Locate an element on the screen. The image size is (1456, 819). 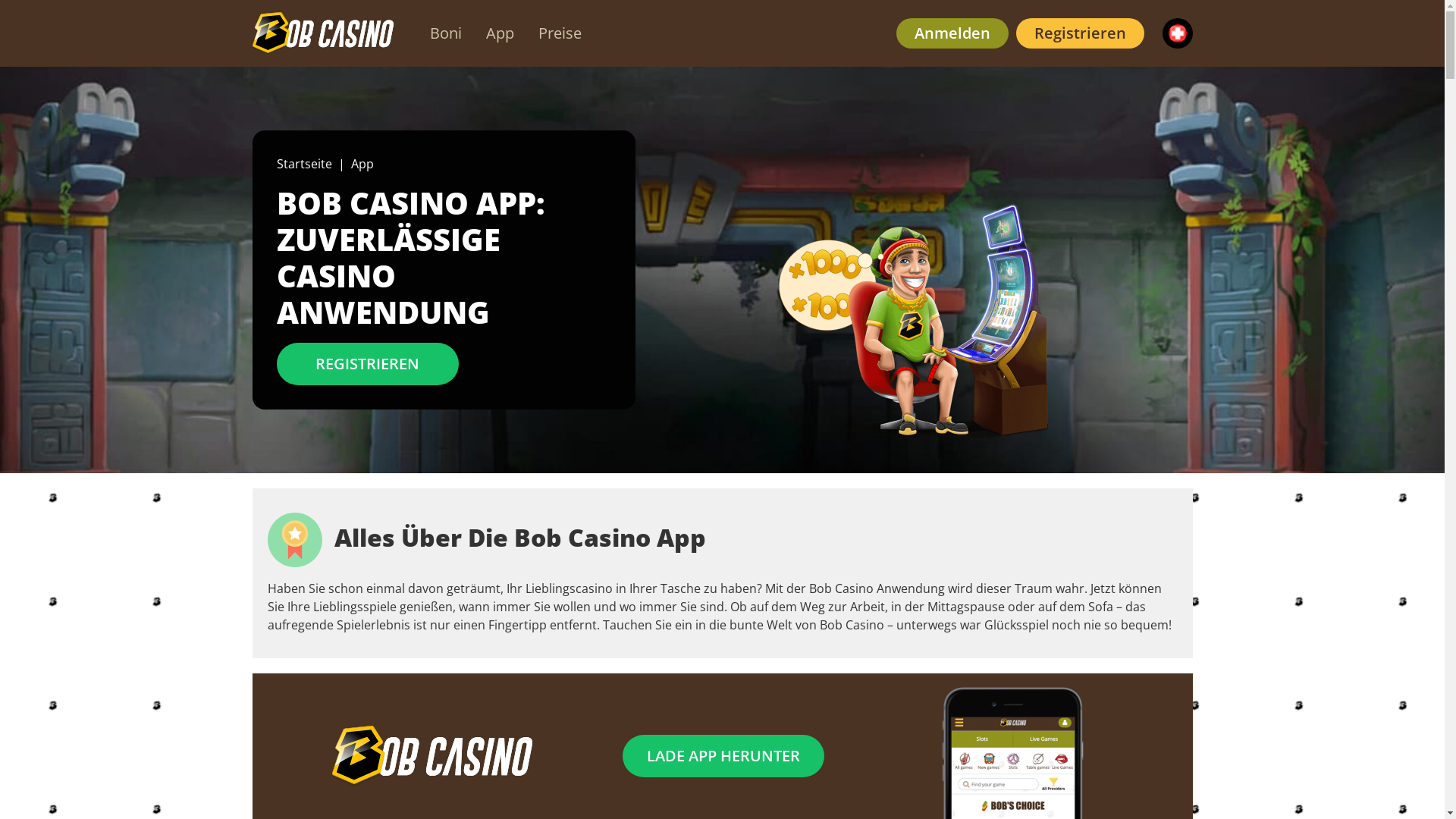
'Startseite' is located at coordinates (303, 164).